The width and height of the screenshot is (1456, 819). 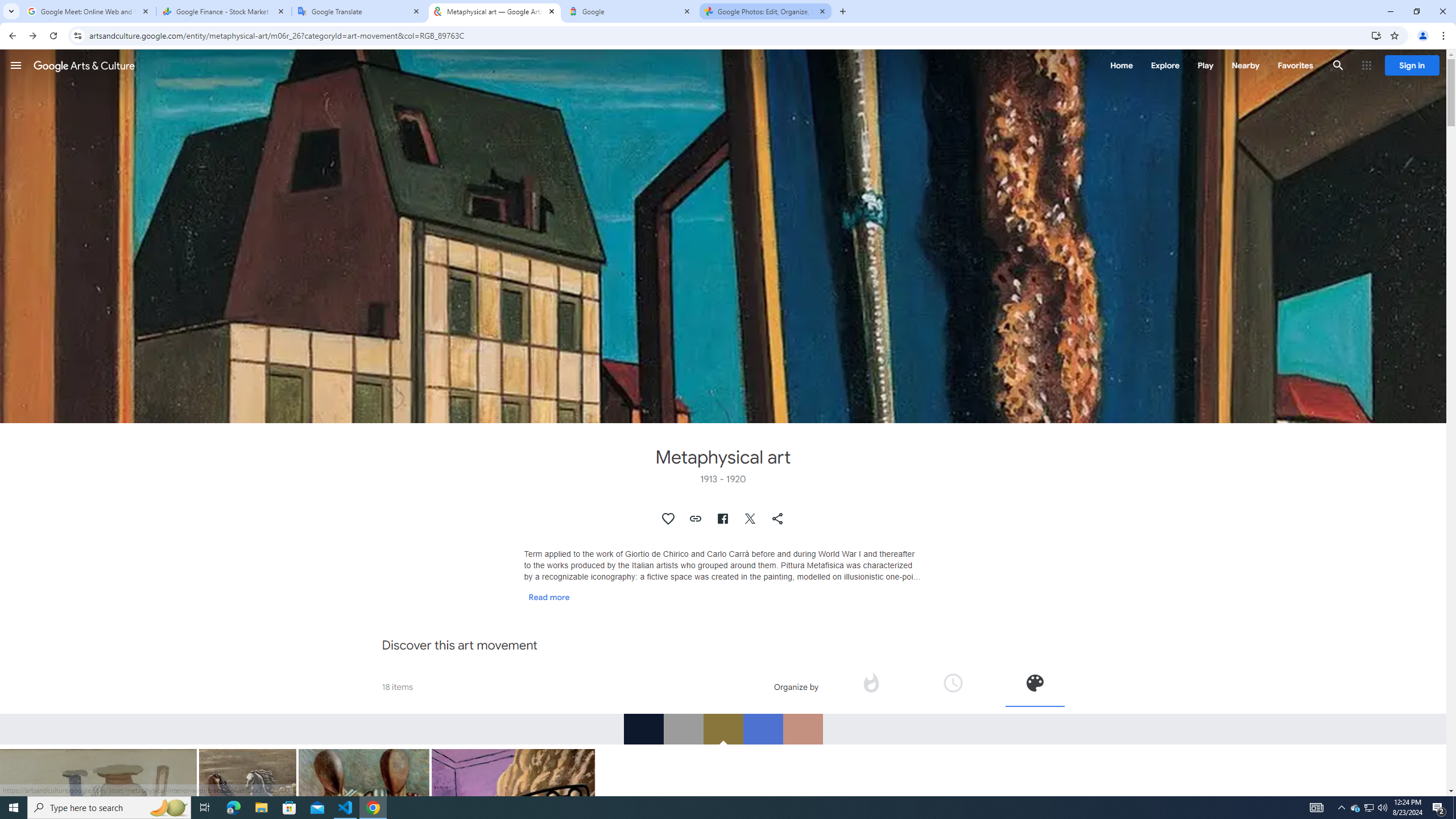 I want to click on 'Copy Link', so click(x=695, y=518).